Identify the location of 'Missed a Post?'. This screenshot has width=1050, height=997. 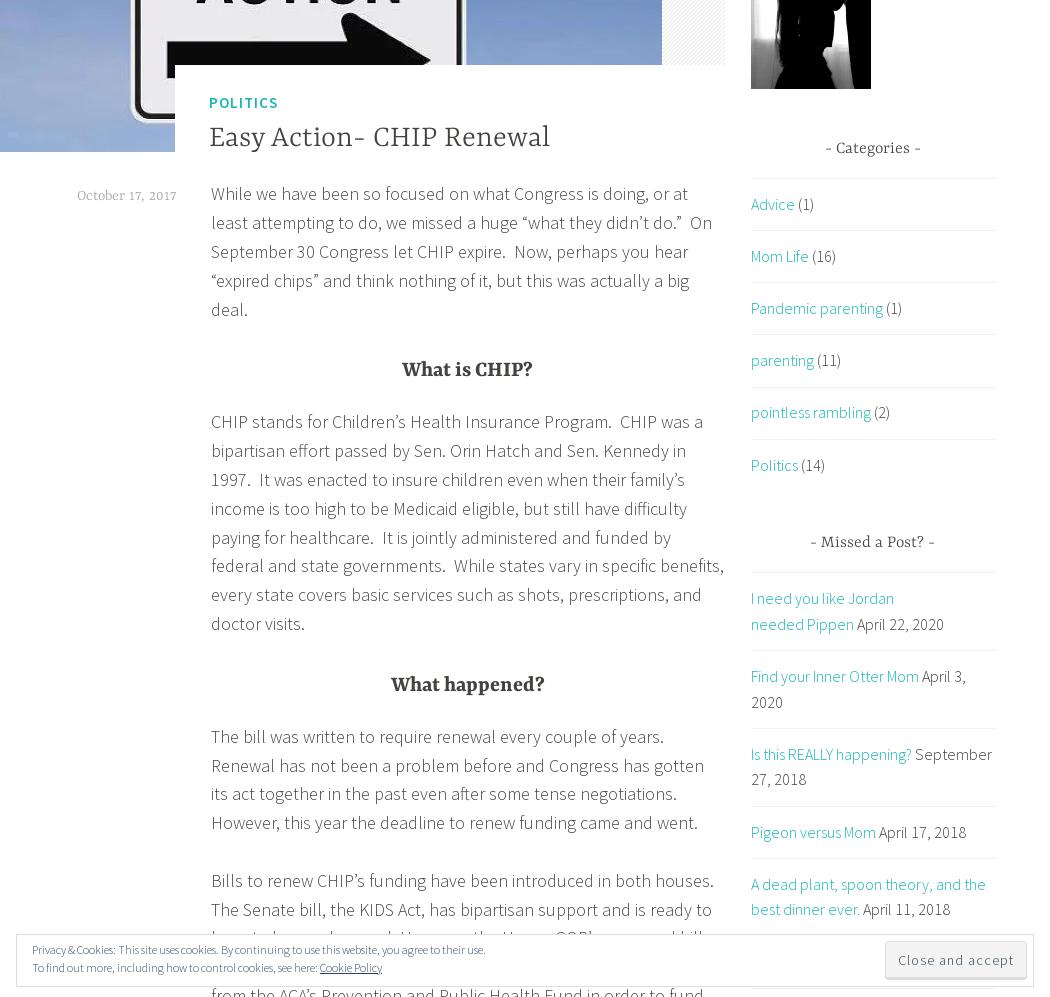
(871, 541).